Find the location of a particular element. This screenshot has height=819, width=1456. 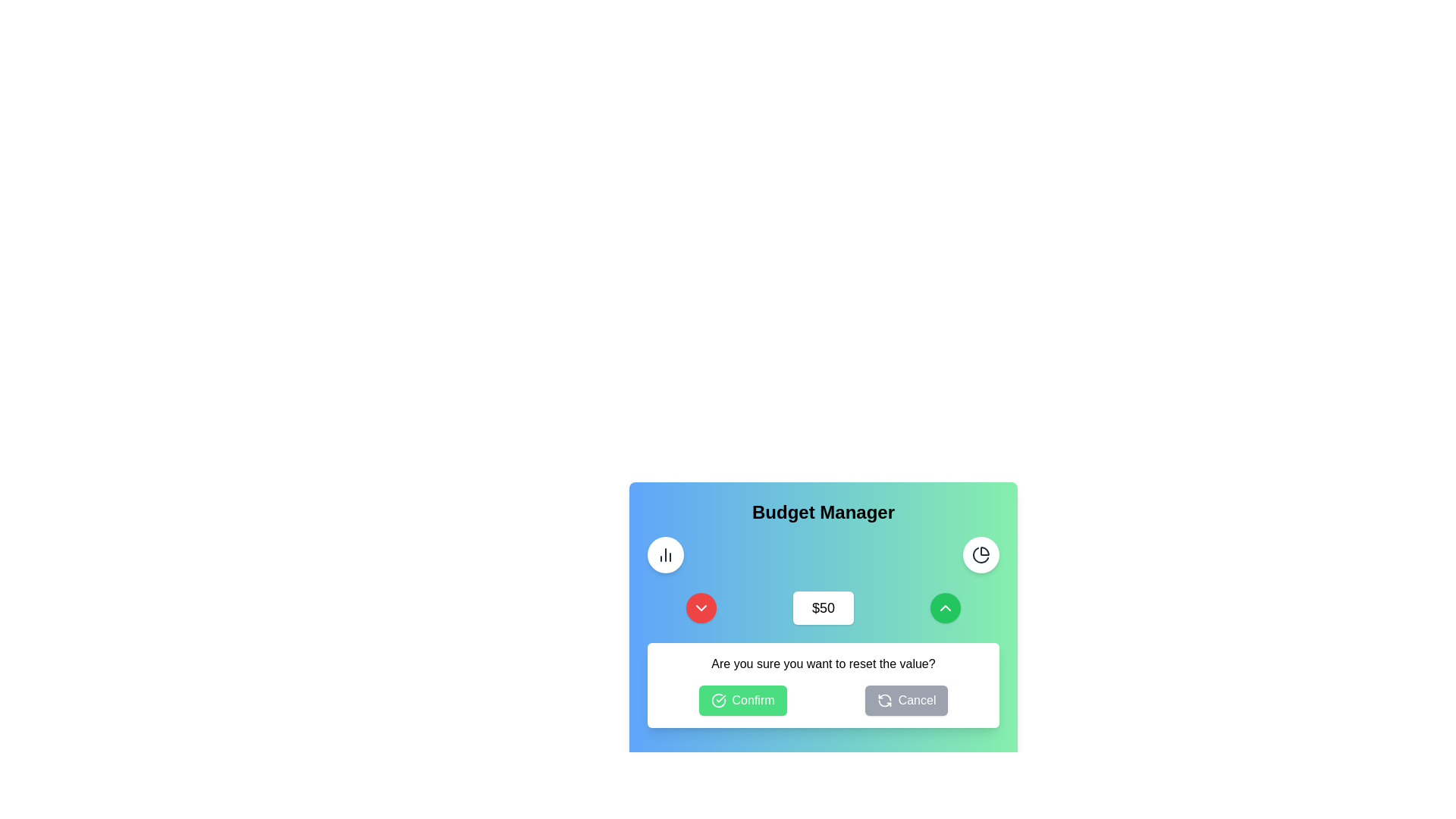

the stylized vertical bar chart icon within the circular button on the top-left side of the card interface is located at coordinates (666, 555).